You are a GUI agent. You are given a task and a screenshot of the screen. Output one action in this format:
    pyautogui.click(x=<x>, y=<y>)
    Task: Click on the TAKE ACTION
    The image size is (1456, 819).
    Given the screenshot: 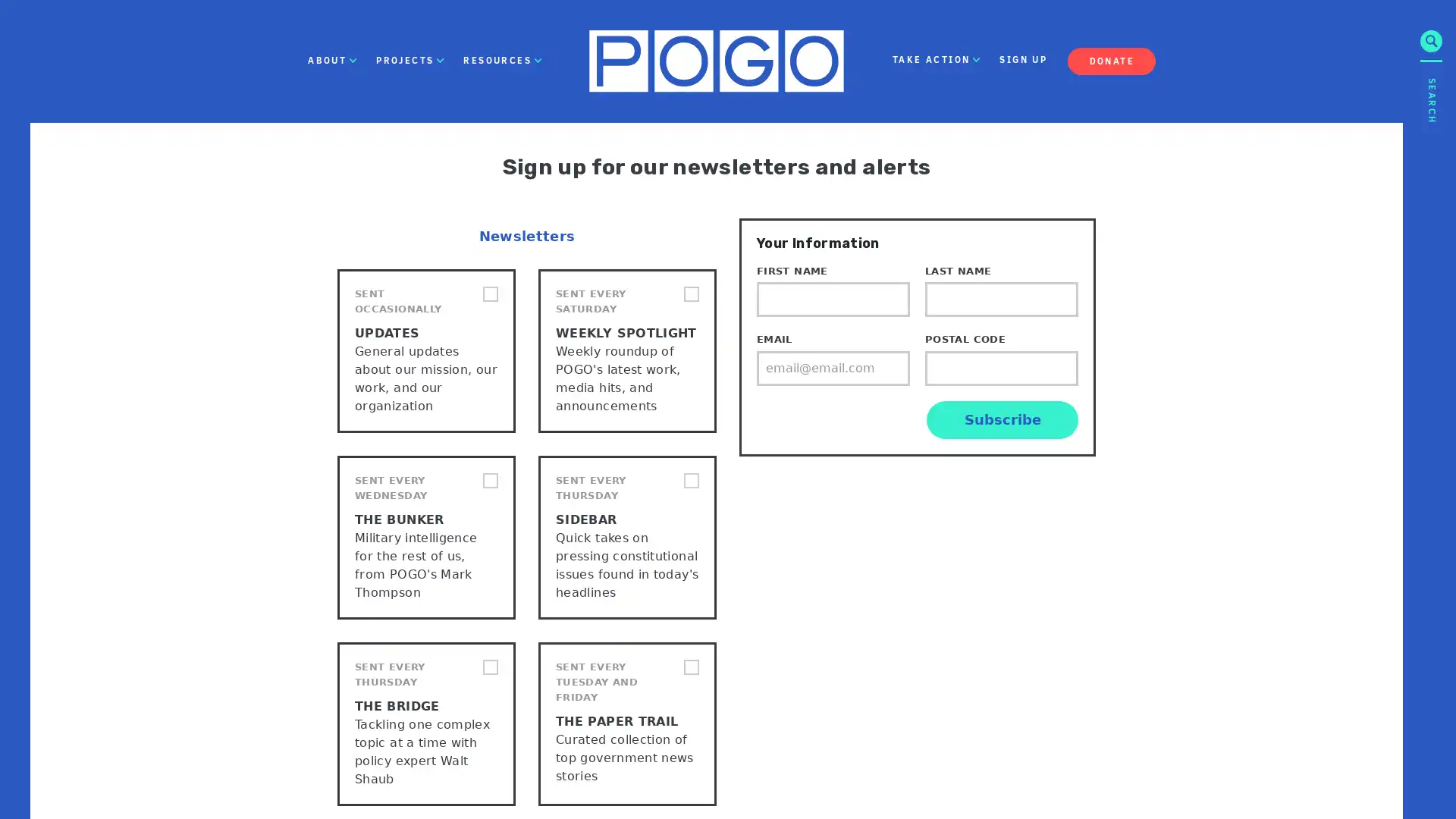 What is the action you would take?
    pyautogui.click(x=935, y=60)
    